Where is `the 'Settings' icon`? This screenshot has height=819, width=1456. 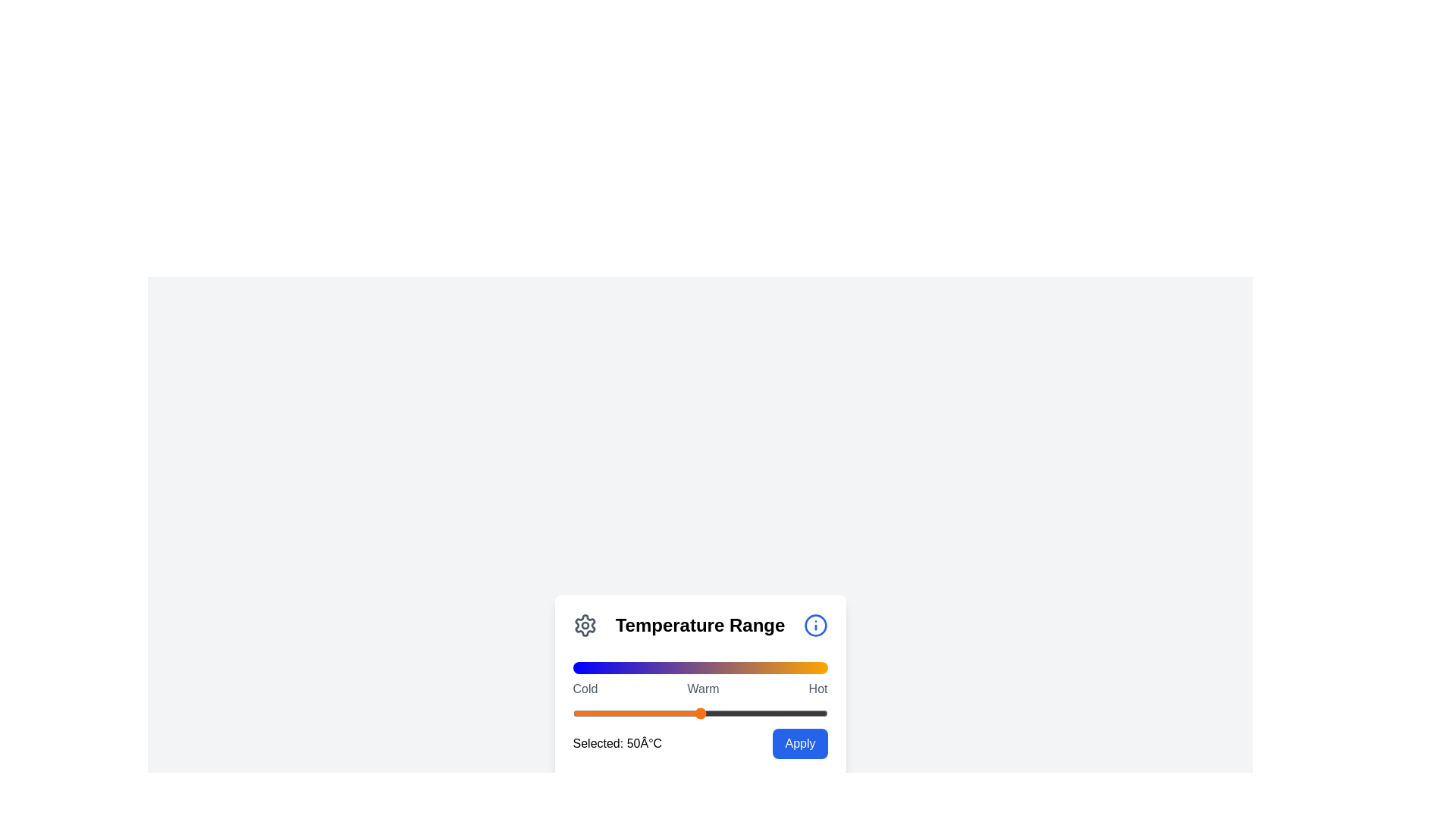 the 'Settings' icon is located at coordinates (584, 626).